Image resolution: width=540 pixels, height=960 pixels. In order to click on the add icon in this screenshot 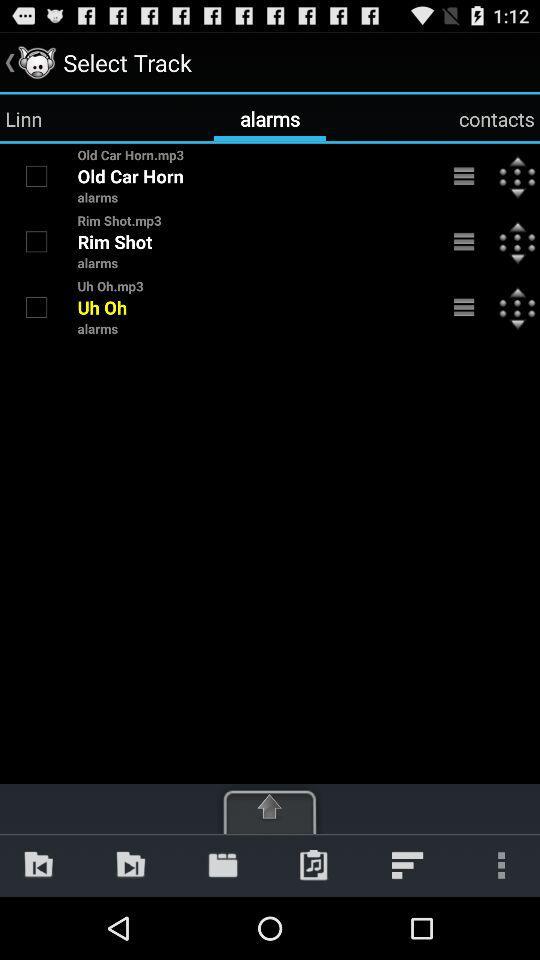, I will do `click(270, 863)`.